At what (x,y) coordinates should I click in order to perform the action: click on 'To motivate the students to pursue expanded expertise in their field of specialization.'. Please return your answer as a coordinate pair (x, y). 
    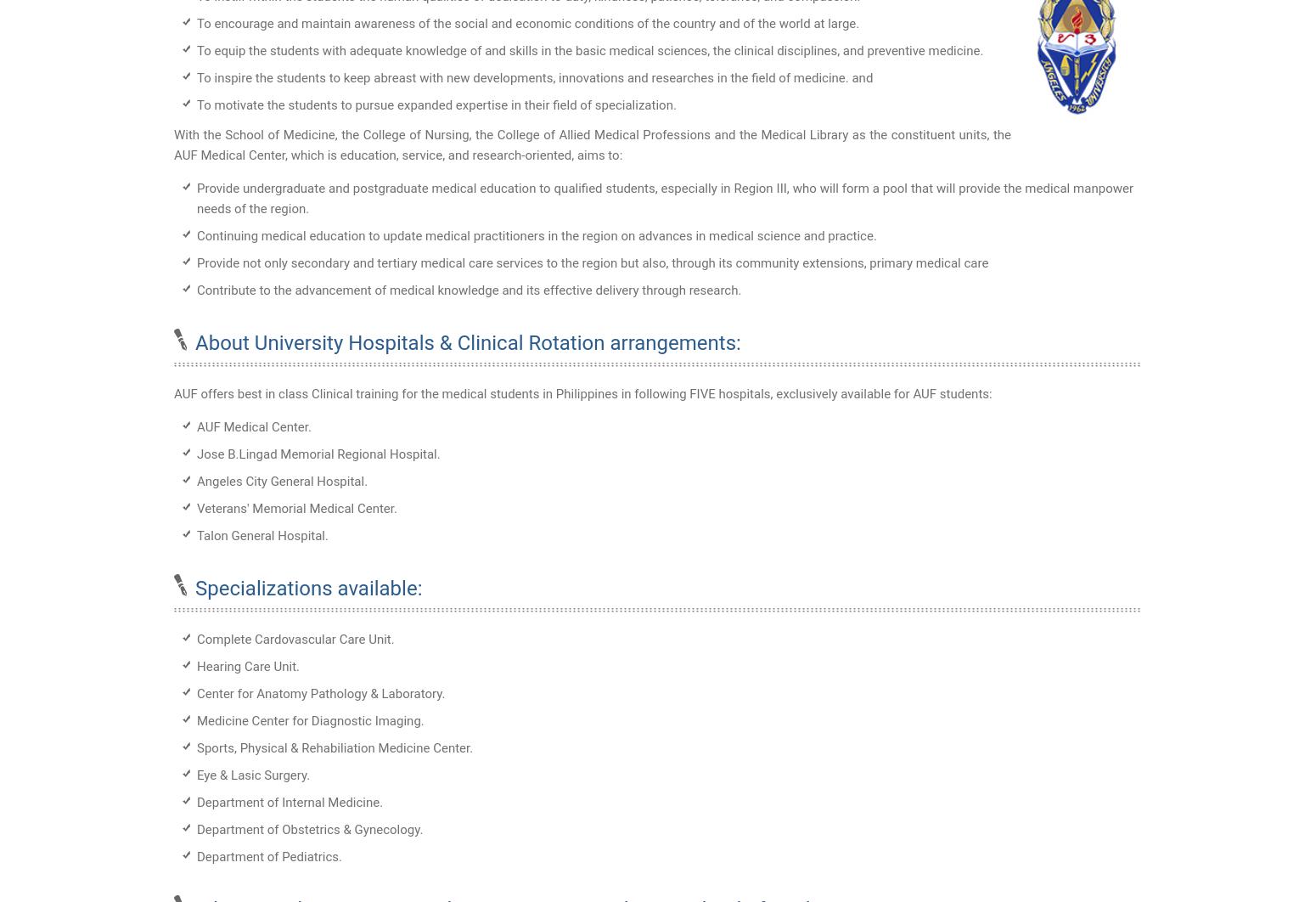
    Looking at the image, I should click on (196, 104).